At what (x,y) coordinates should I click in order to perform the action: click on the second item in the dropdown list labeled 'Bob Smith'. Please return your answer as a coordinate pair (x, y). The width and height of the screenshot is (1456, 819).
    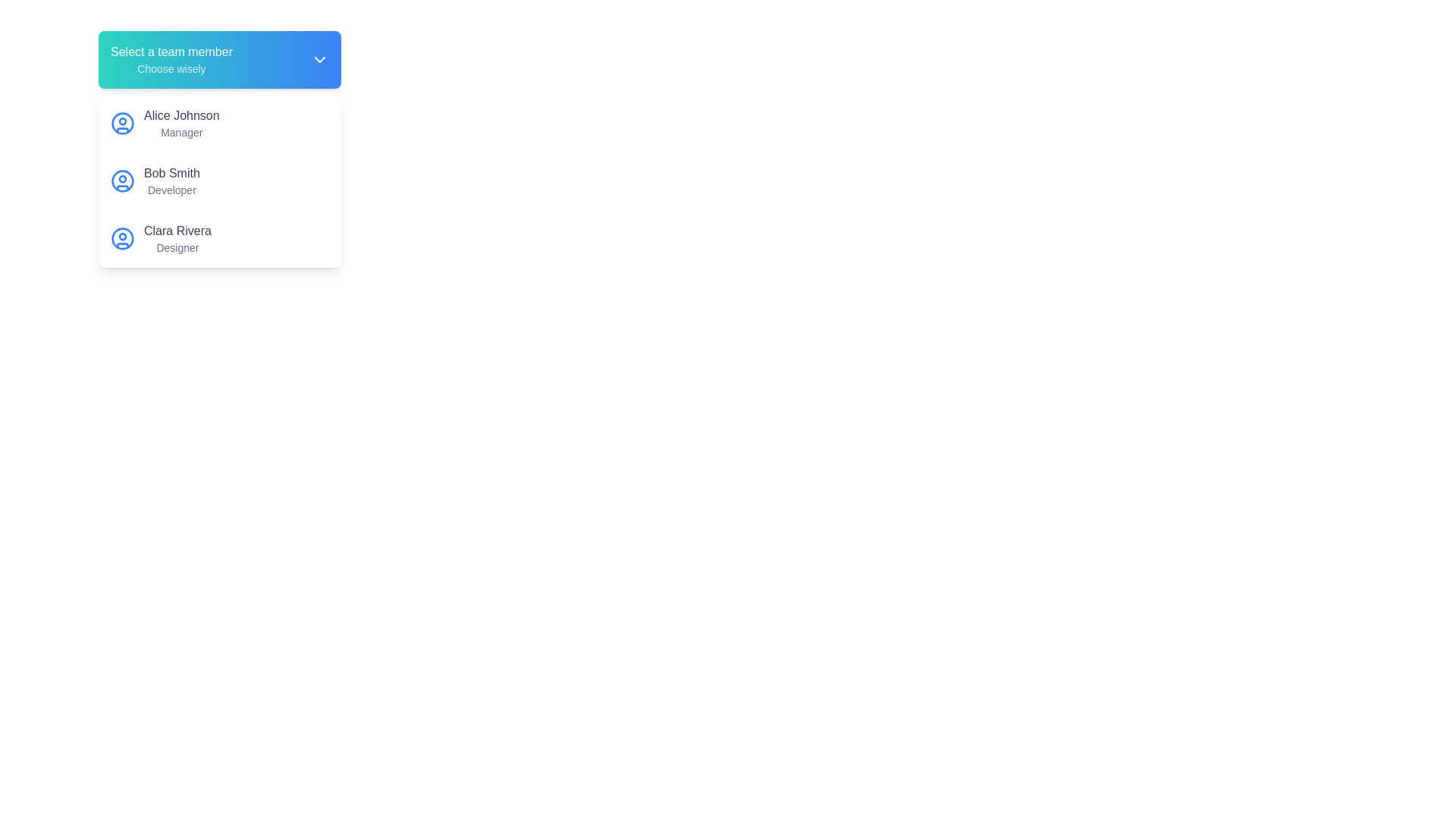
    Looking at the image, I should click on (218, 180).